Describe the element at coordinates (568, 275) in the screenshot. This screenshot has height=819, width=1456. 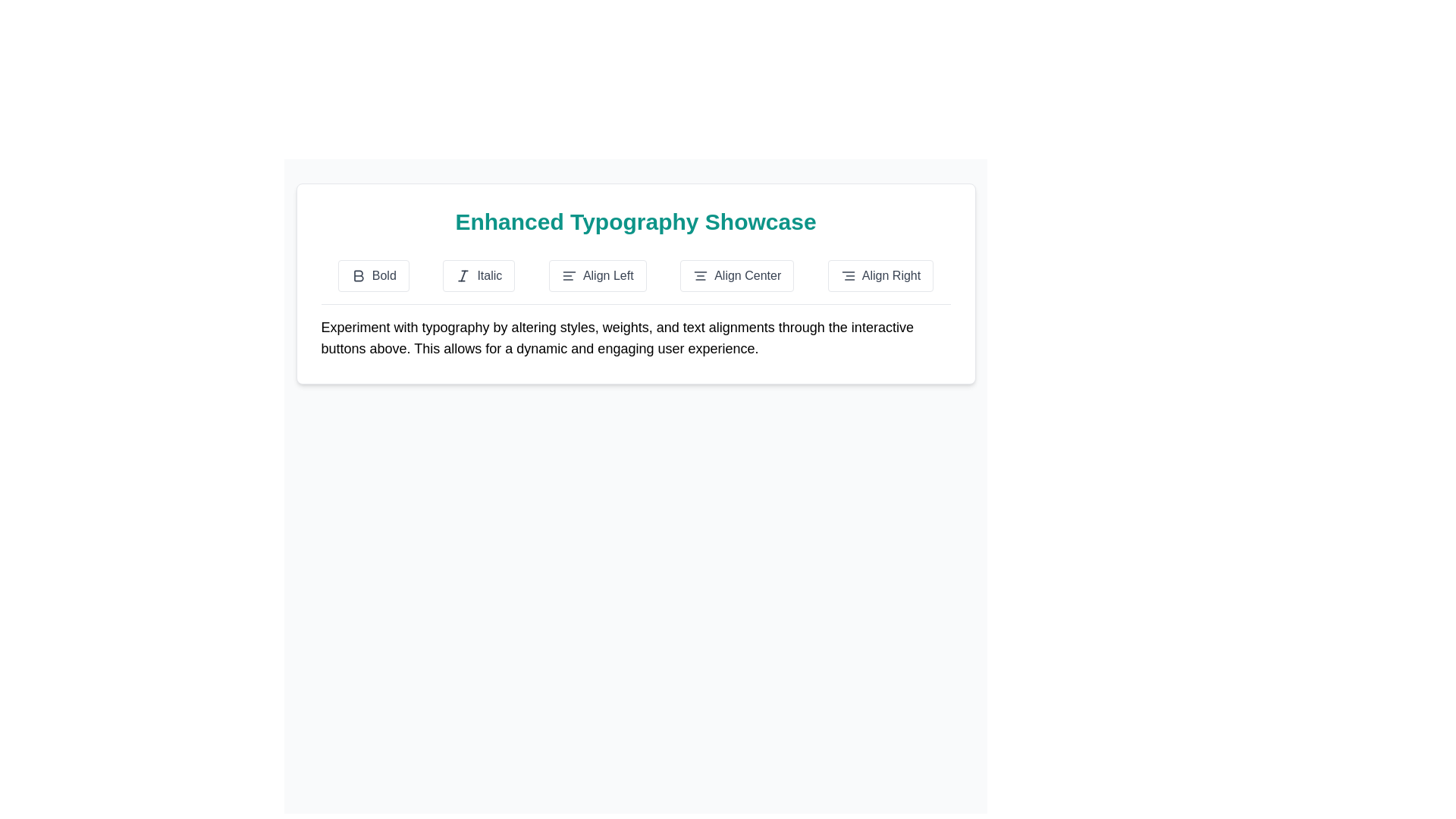
I see `the 'Align Left' button icon which is represented by three left-aligned horizontal lines in dark-gray color, located between the 'Italic' and 'Align Center' buttons` at that location.